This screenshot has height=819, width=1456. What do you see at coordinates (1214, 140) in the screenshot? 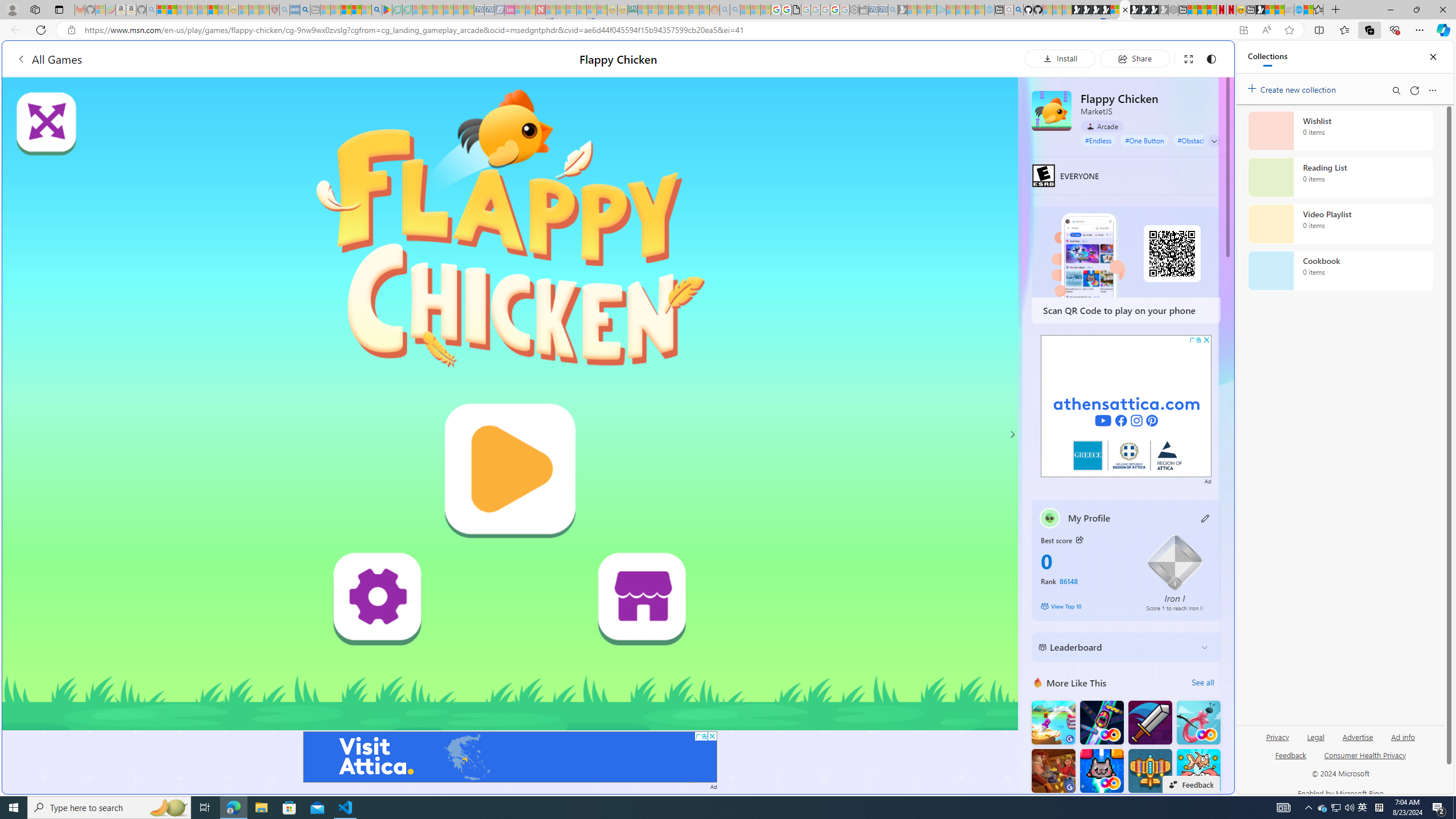
I see `'Class: control'` at bounding box center [1214, 140].